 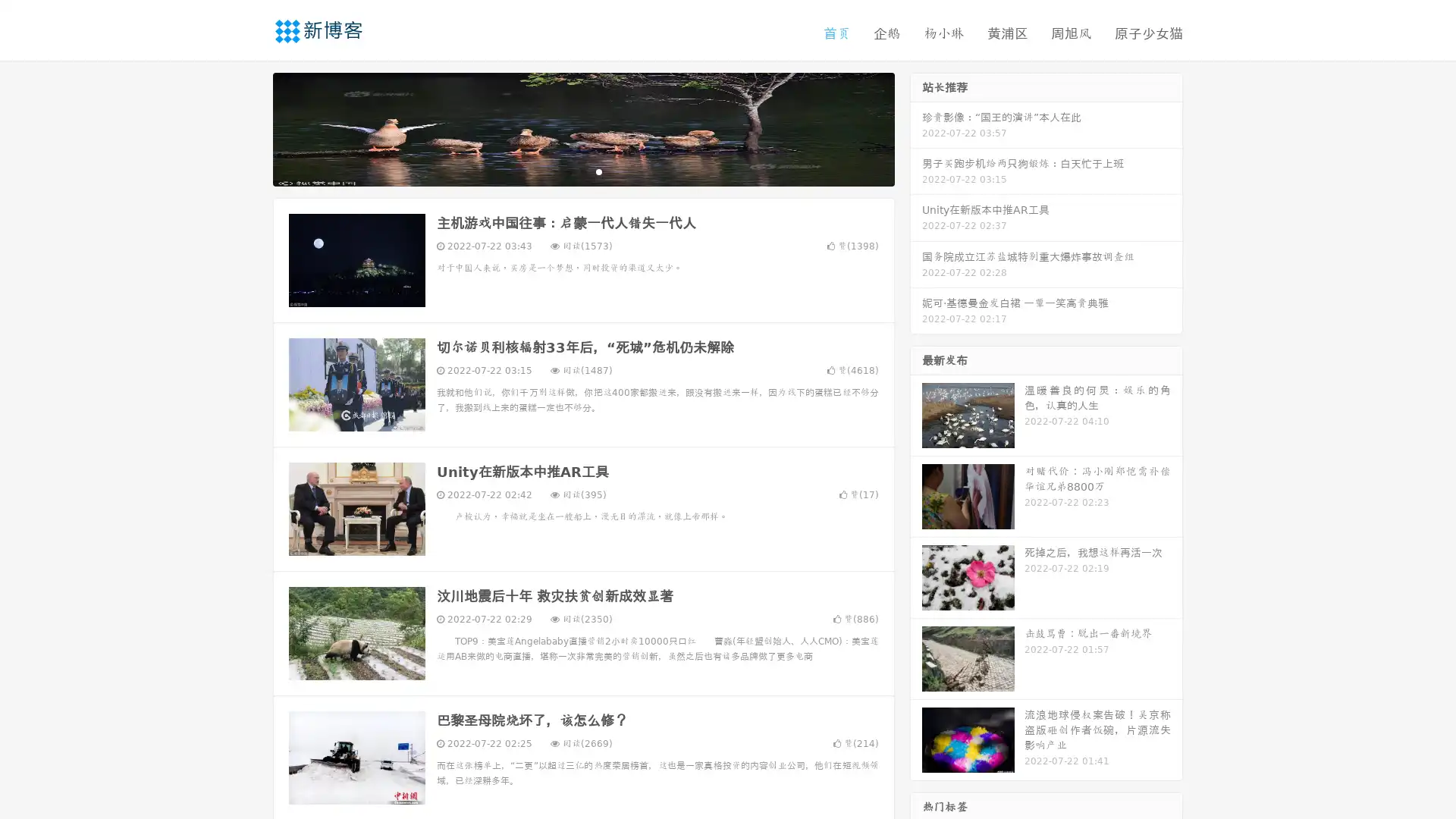 What do you see at coordinates (250, 127) in the screenshot?
I see `Previous slide` at bounding box center [250, 127].